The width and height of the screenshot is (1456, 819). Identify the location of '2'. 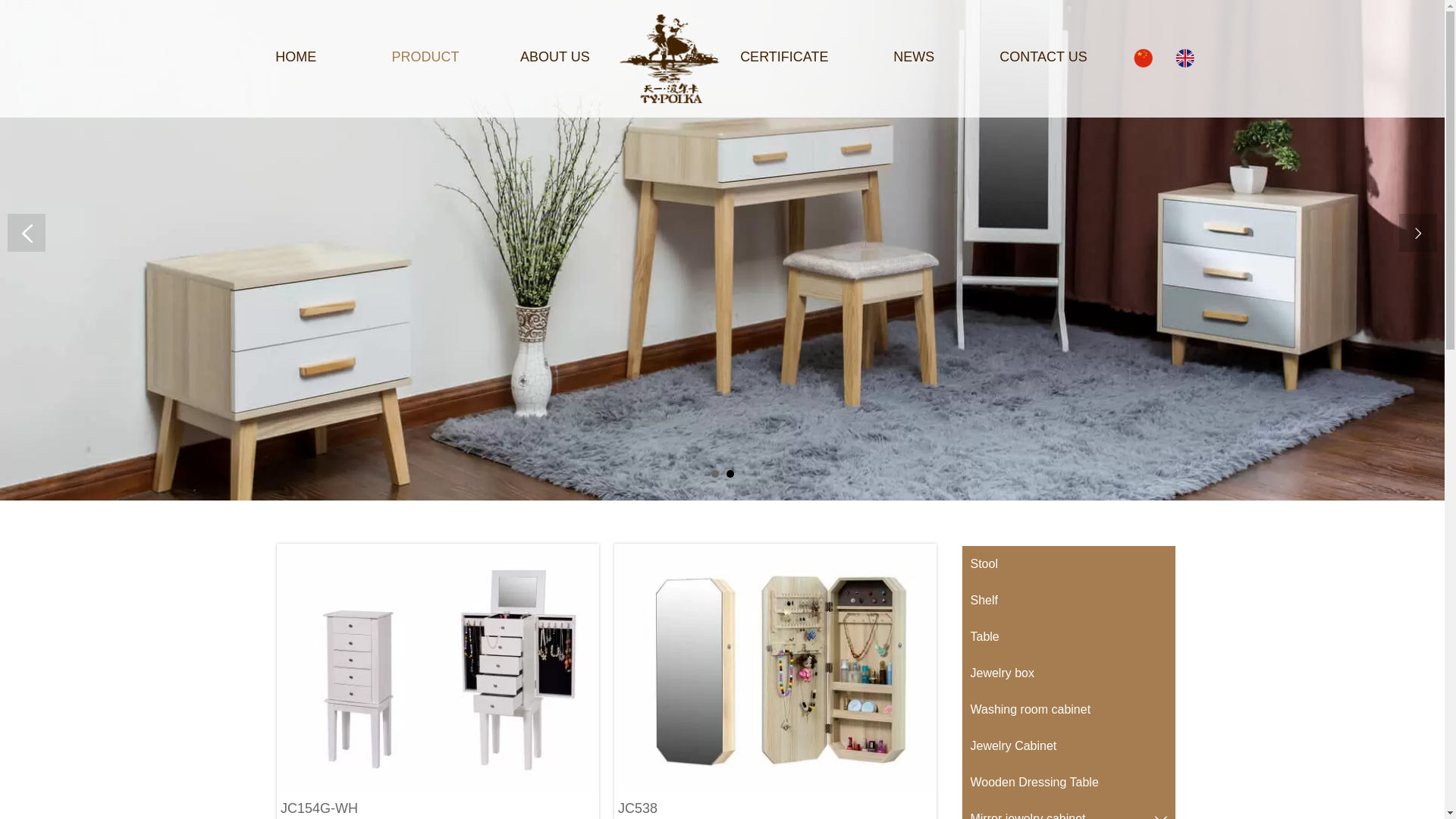
(730, 472).